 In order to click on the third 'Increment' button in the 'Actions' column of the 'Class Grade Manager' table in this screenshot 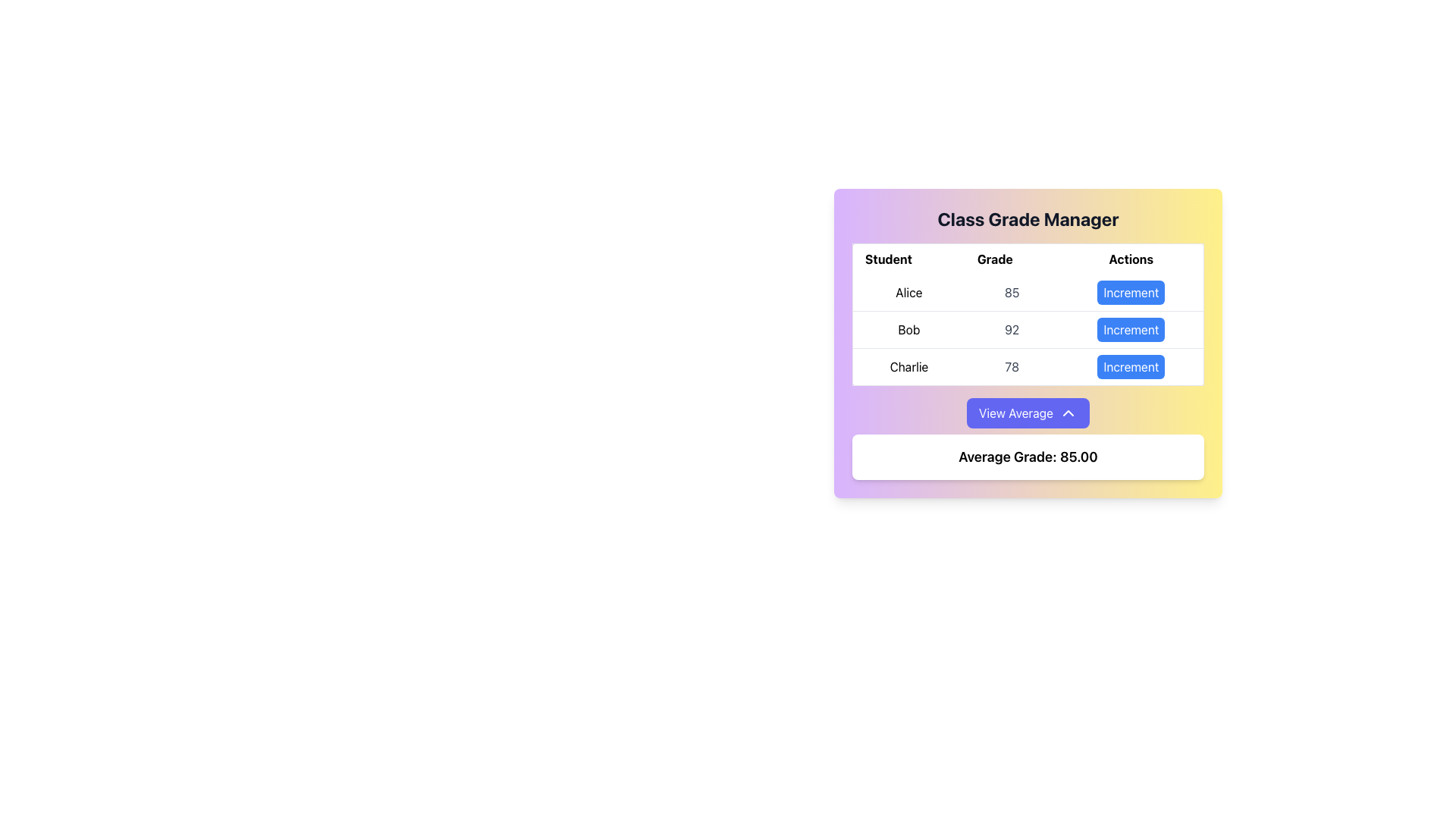, I will do `click(1131, 366)`.